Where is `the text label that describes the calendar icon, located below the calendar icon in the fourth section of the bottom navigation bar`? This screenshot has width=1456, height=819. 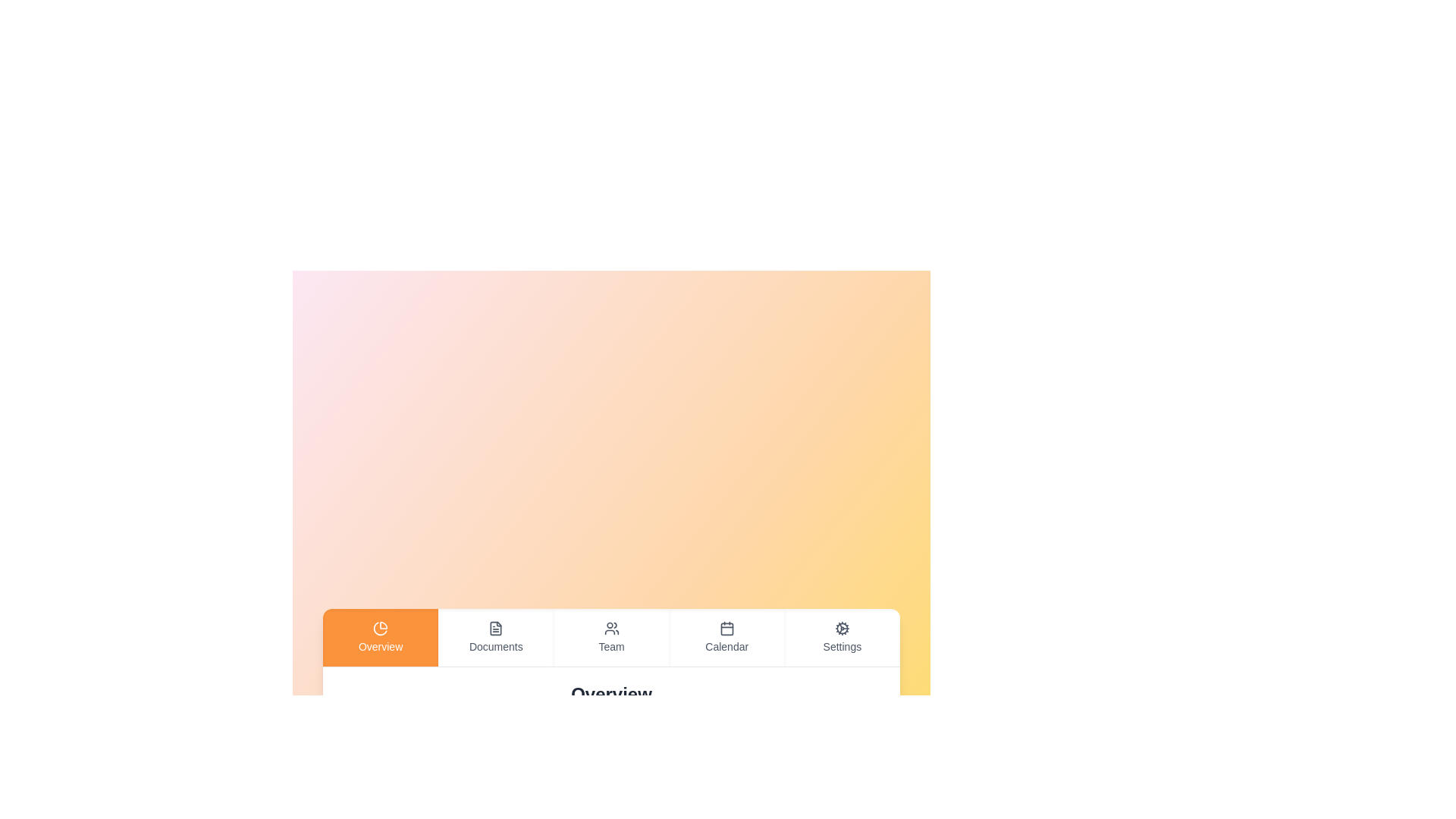 the text label that describes the calendar icon, located below the calendar icon in the fourth section of the bottom navigation bar is located at coordinates (726, 646).